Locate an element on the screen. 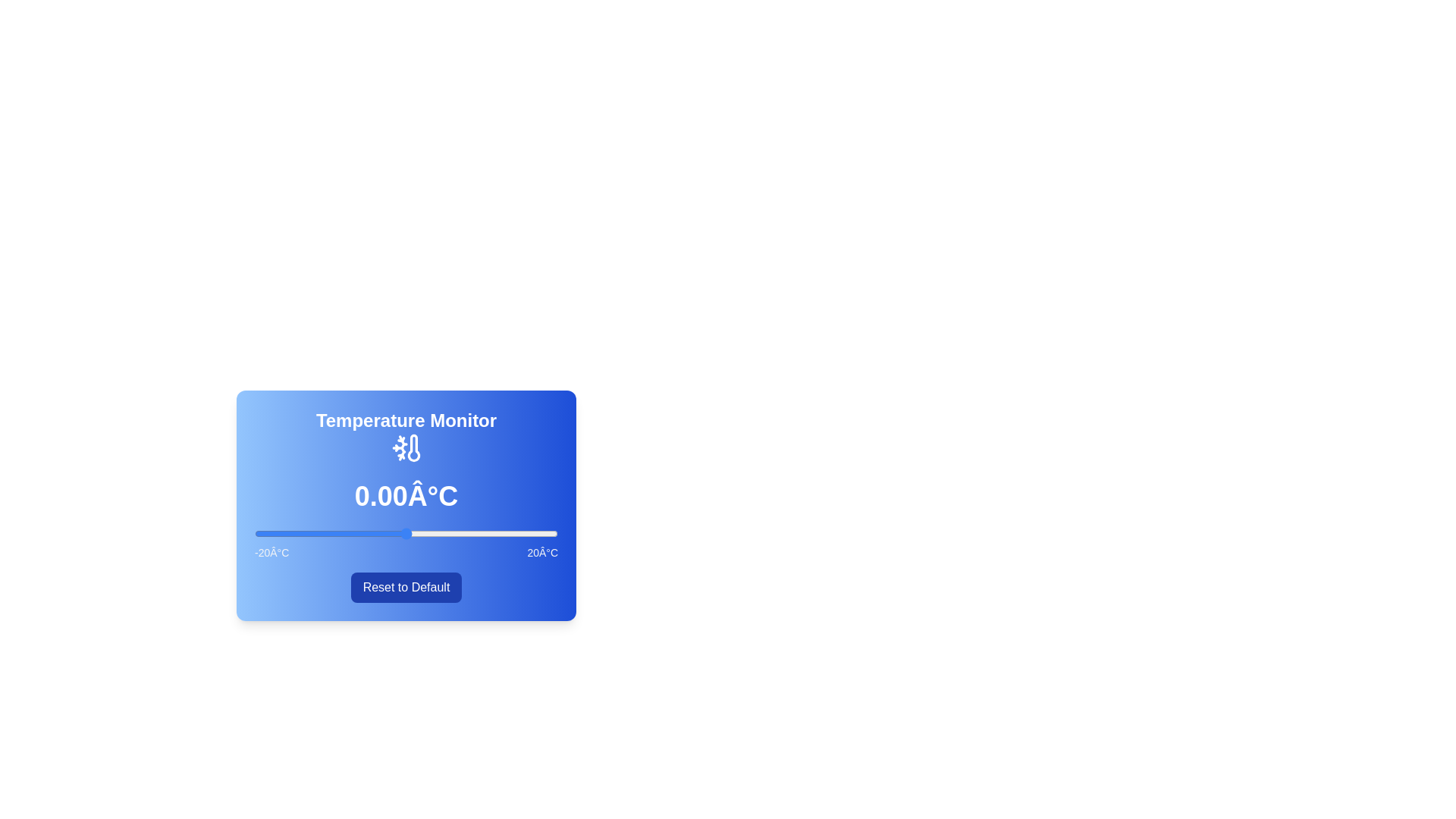 This screenshot has width=1456, height=819. the thermometer icon in the header is located at coordinates (406, 447).